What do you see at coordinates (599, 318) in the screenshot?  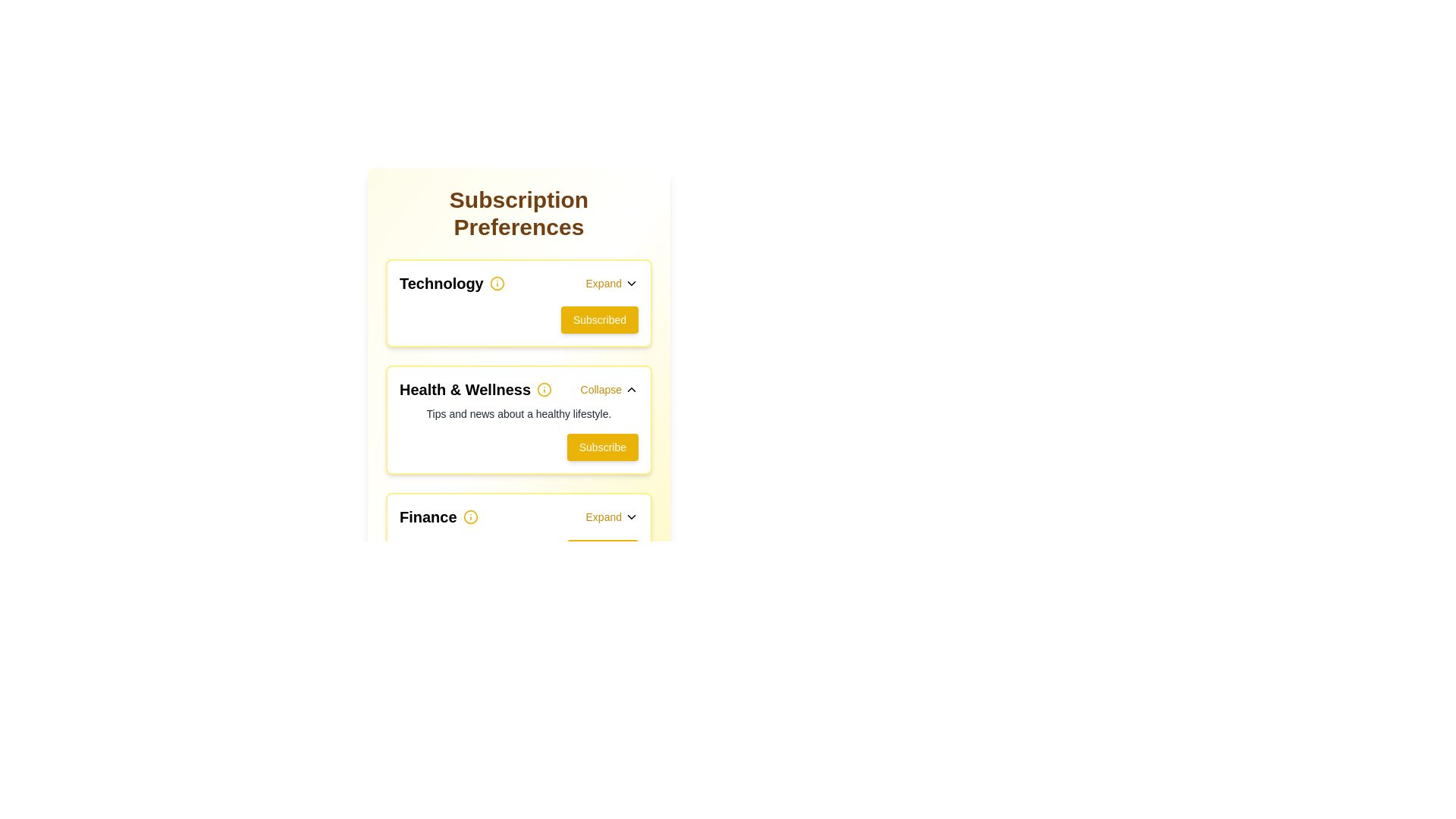 I see `the 'Subscribed' button with a yellow background located under the 'Technology' section` at bounding box center [599, 318].